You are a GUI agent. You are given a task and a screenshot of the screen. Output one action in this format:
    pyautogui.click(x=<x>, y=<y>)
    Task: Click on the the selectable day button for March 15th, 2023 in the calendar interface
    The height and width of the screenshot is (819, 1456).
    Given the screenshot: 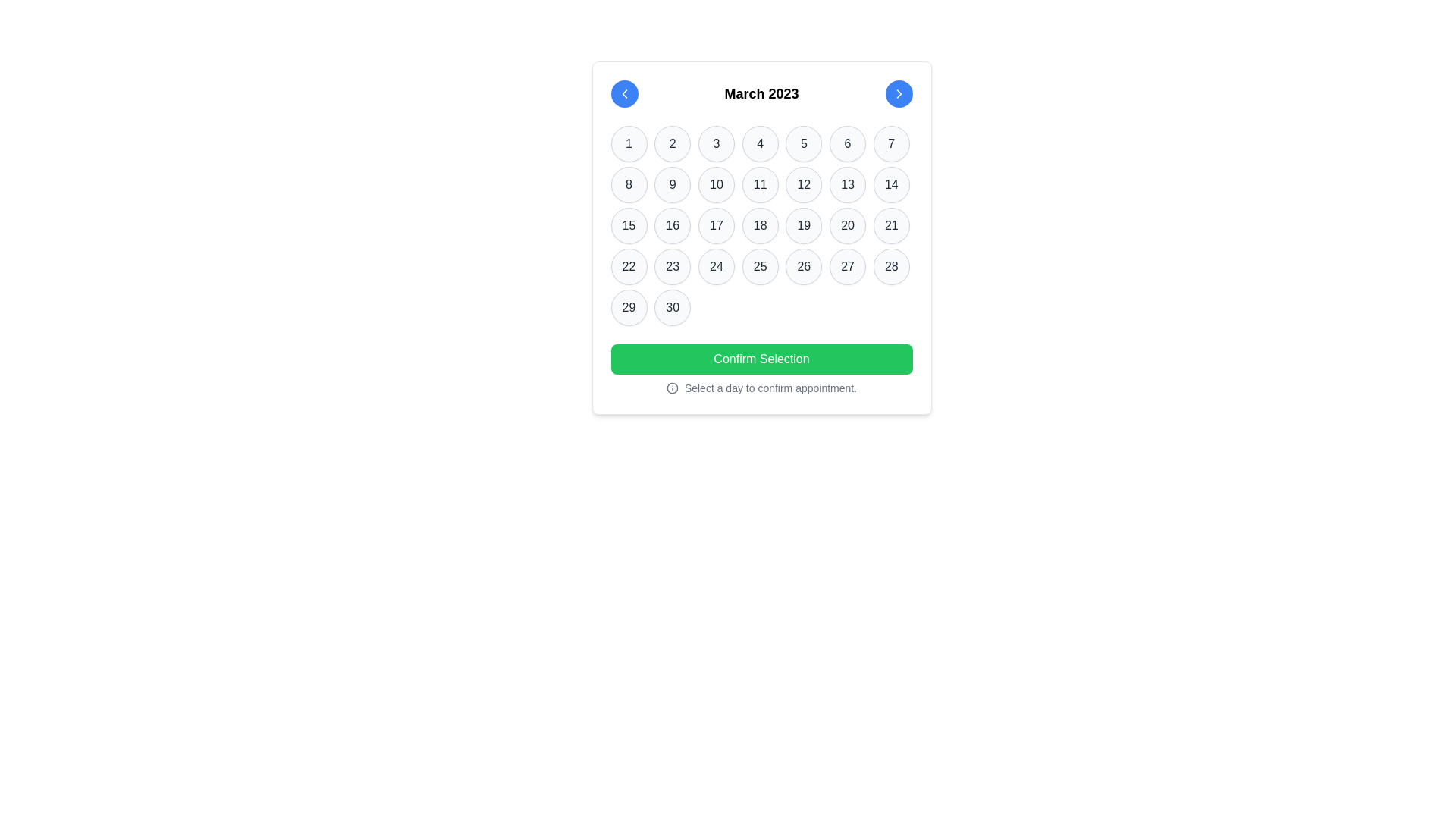 What is the action you would take?
    pyautogui.click(x=629, y=225)
    